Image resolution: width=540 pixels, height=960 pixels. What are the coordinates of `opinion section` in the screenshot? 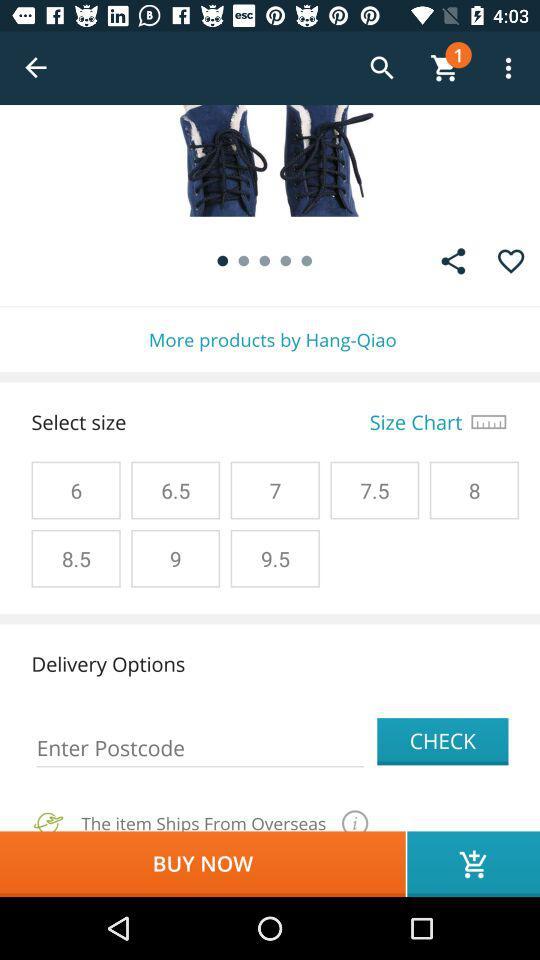 It's located at (453, 260).